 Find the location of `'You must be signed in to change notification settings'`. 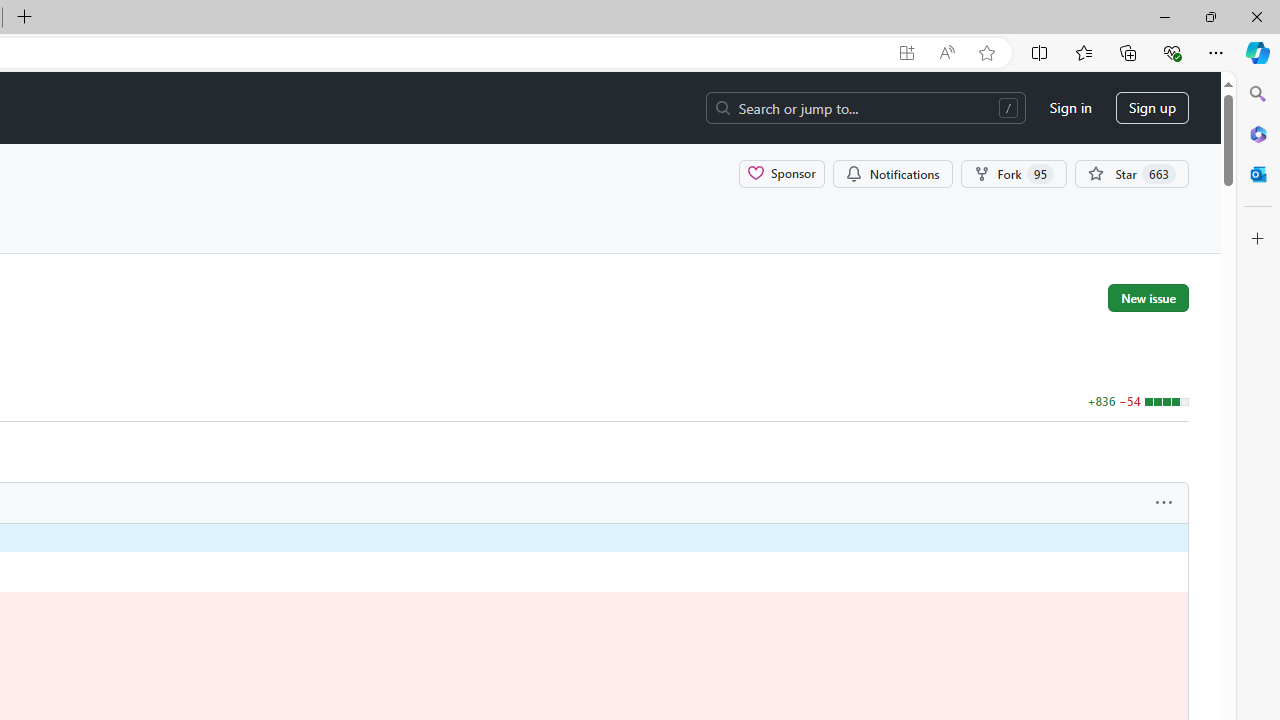

'You must be signed in to change notification settings' is located at coordinates (891, 172).